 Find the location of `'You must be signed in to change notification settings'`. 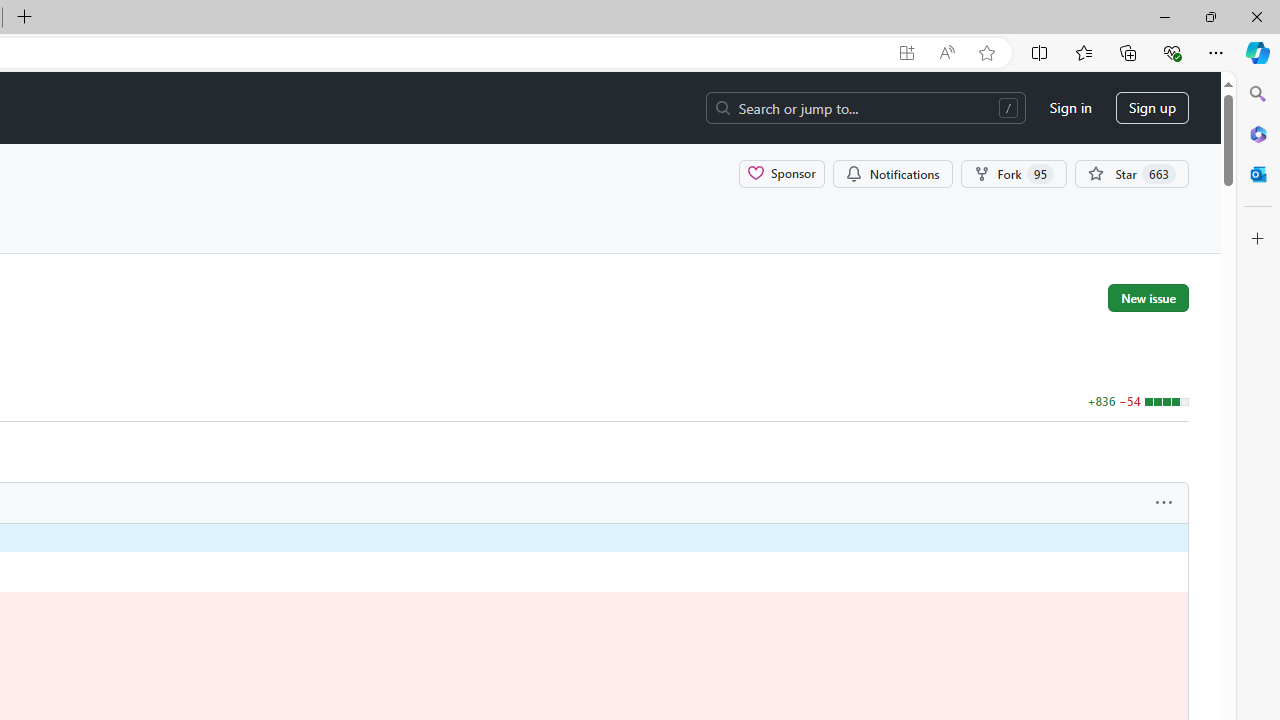

'You must be signed in to change notification settings' is located at coordinates (891, 172).